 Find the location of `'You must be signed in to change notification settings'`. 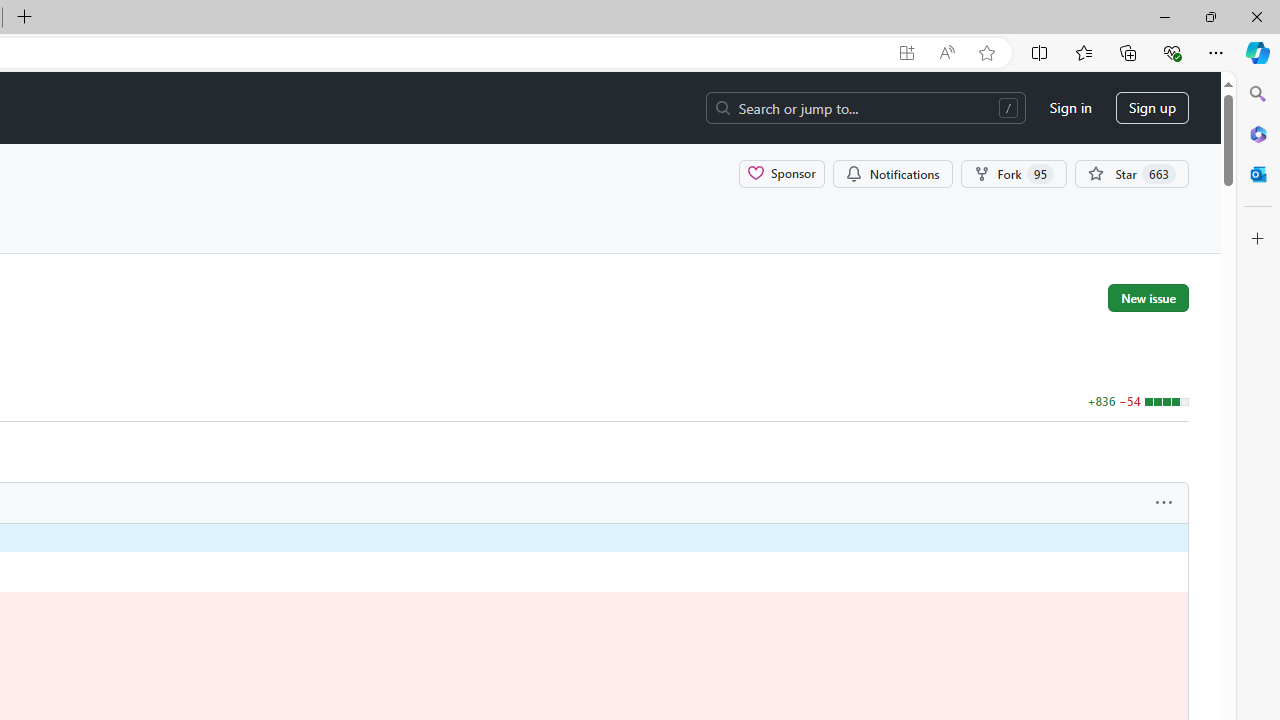

'You must be signed in to change notification settings' is located at coordinates (891, 172).